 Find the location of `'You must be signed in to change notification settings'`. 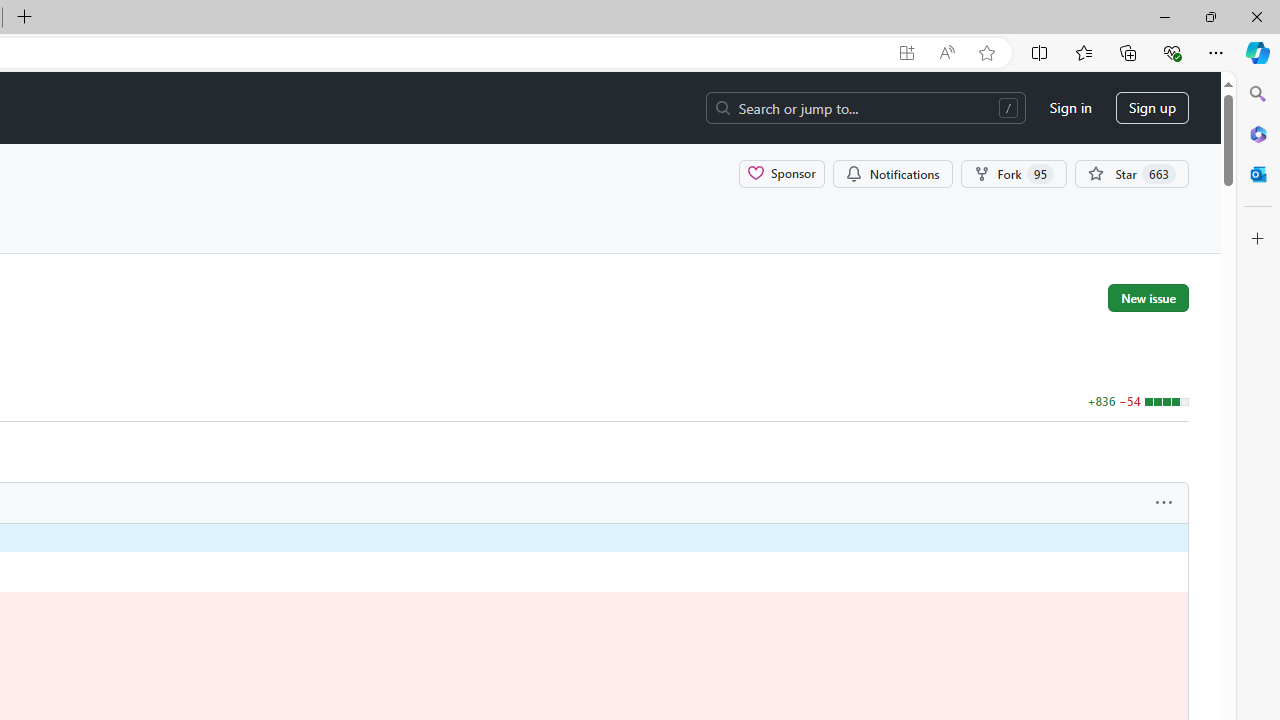

'You must be signed in to change notification settings' is located at coordinates (891, 172).